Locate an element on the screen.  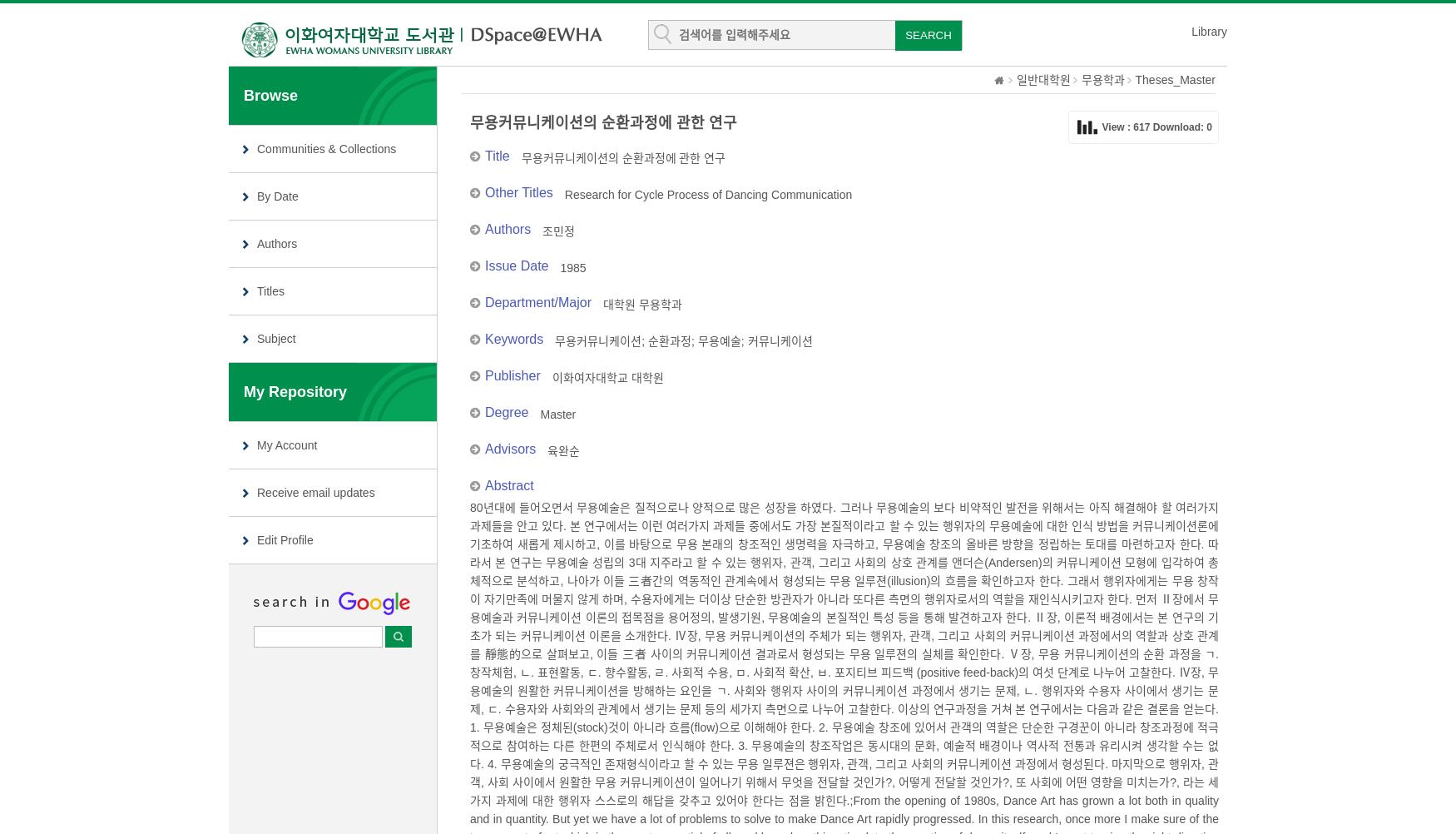
'By Date' is located at coordinates (277, 196).